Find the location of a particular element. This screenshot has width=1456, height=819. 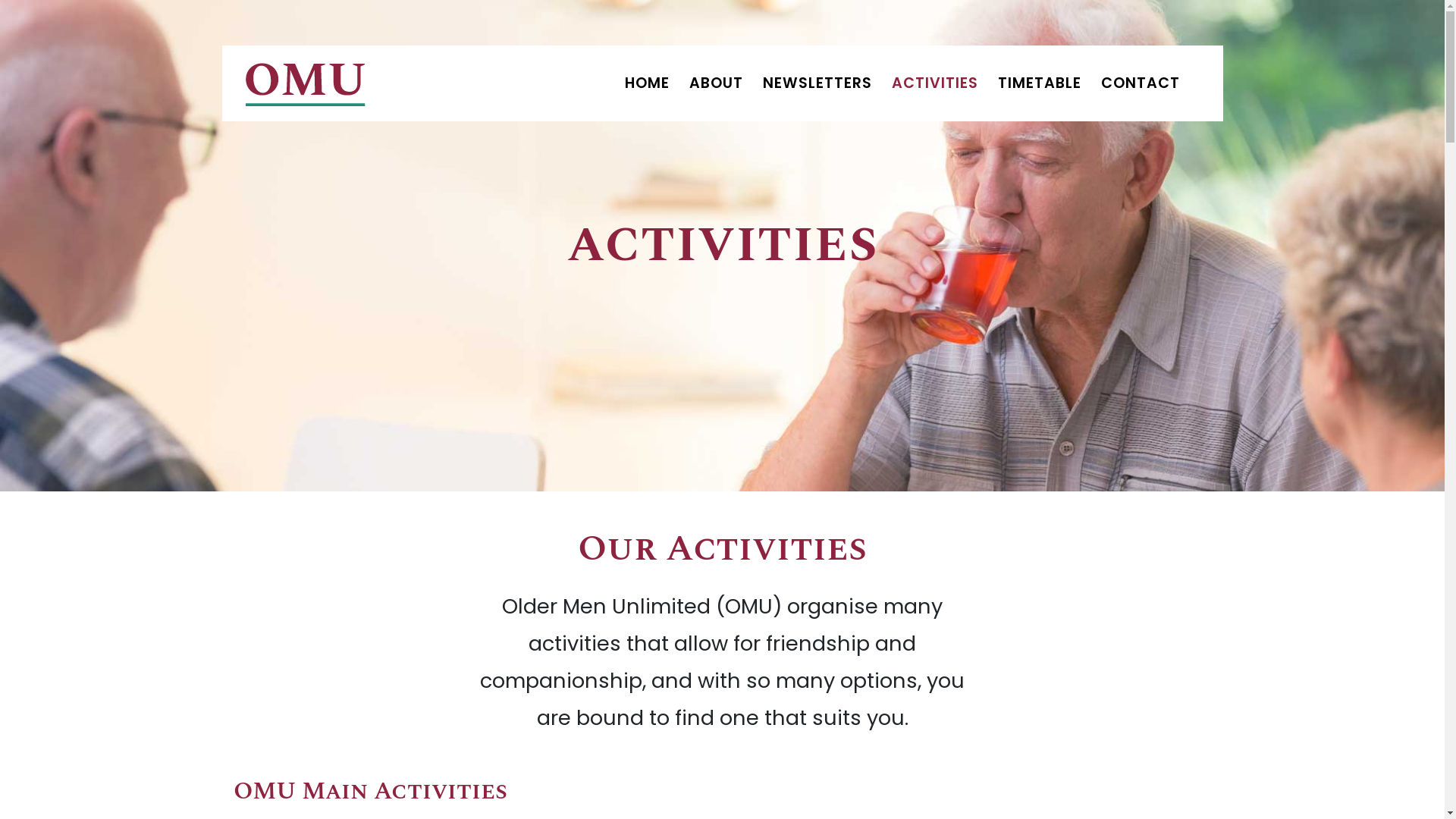

'ABOUT' is located at coordinates (714, 83).